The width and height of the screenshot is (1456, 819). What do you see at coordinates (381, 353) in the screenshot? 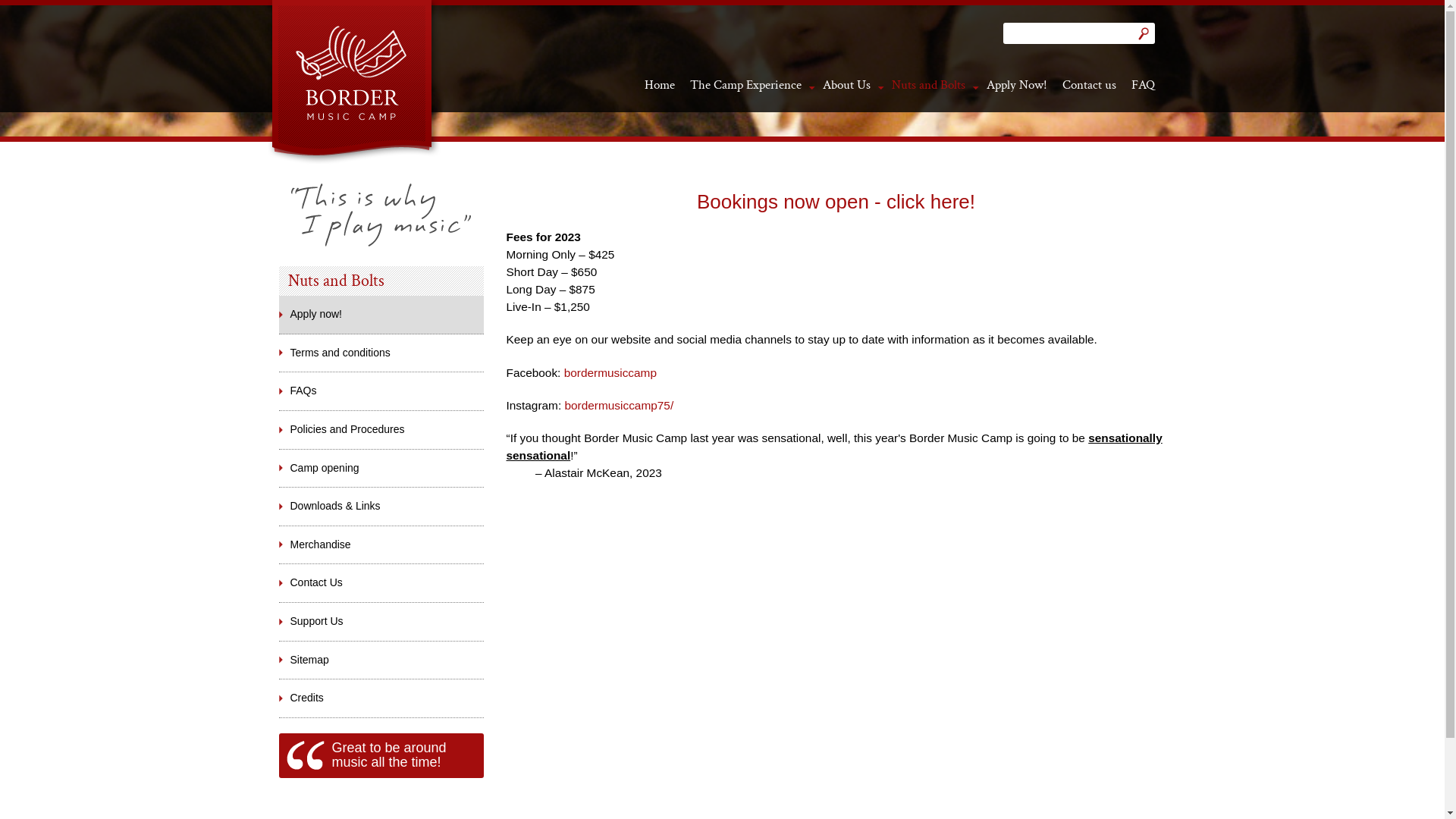
I see `'Terms and conditions'` at bounding box center [381, 353].